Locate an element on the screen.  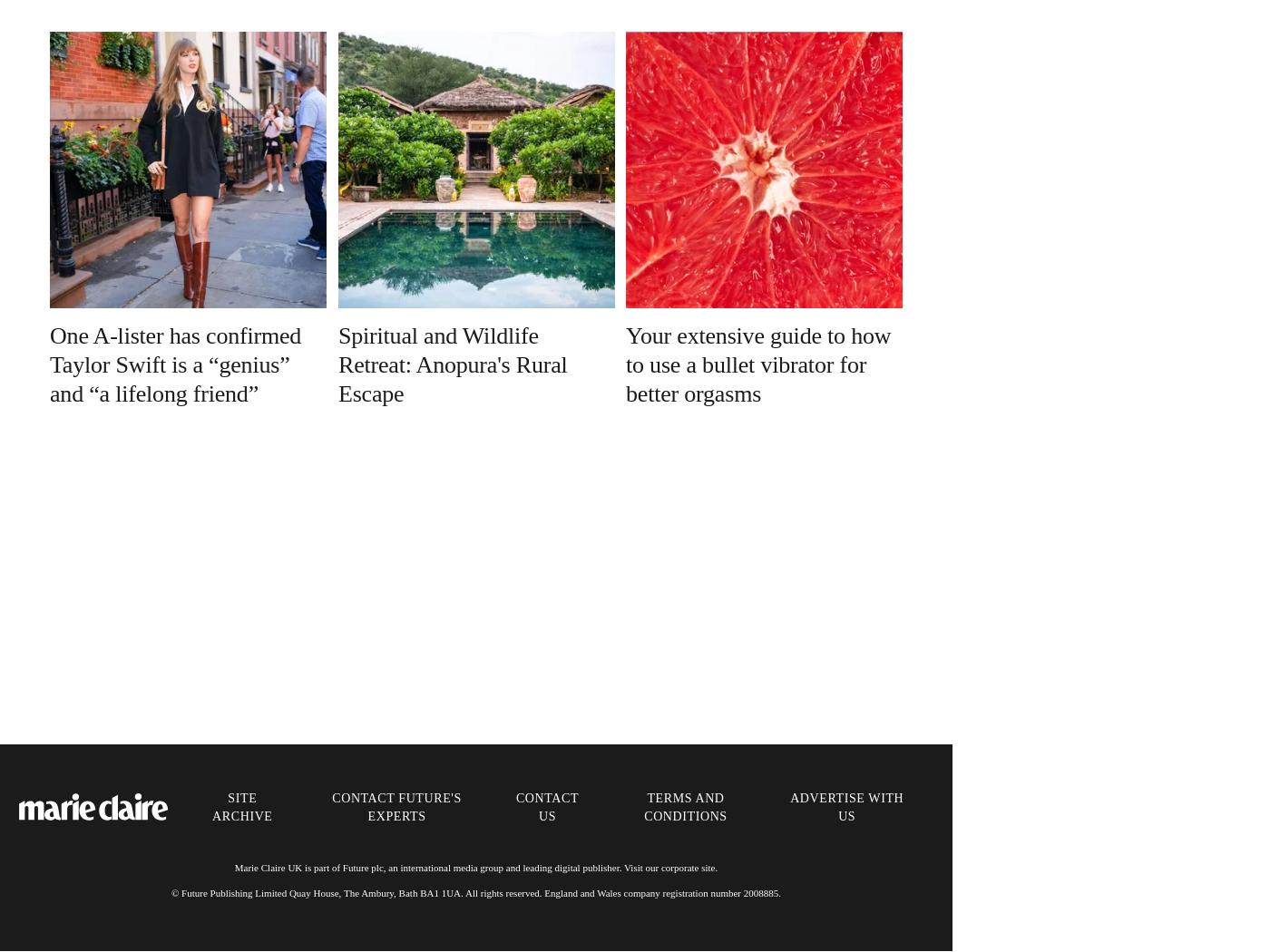
'One A-lister has confirmed Taylor Swift is a “genius” and “a lifelong friend”' is located at coordinates (174, 364).